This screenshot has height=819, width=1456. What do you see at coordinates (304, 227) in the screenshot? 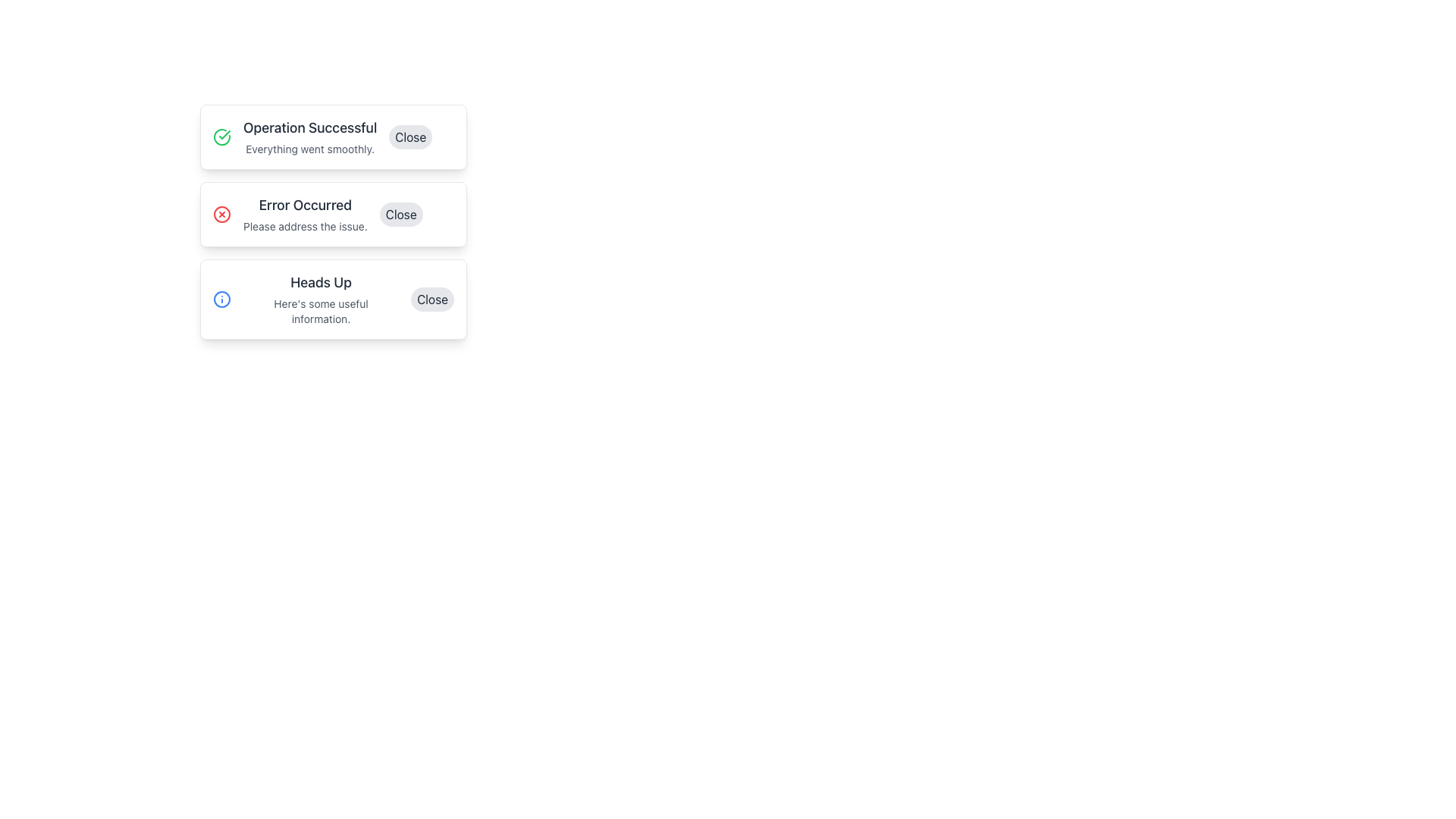
I see `the text element that says 'Please address the issue.' which is positioned under the title 'Error Occurred'` at bounding box center [304, 227].